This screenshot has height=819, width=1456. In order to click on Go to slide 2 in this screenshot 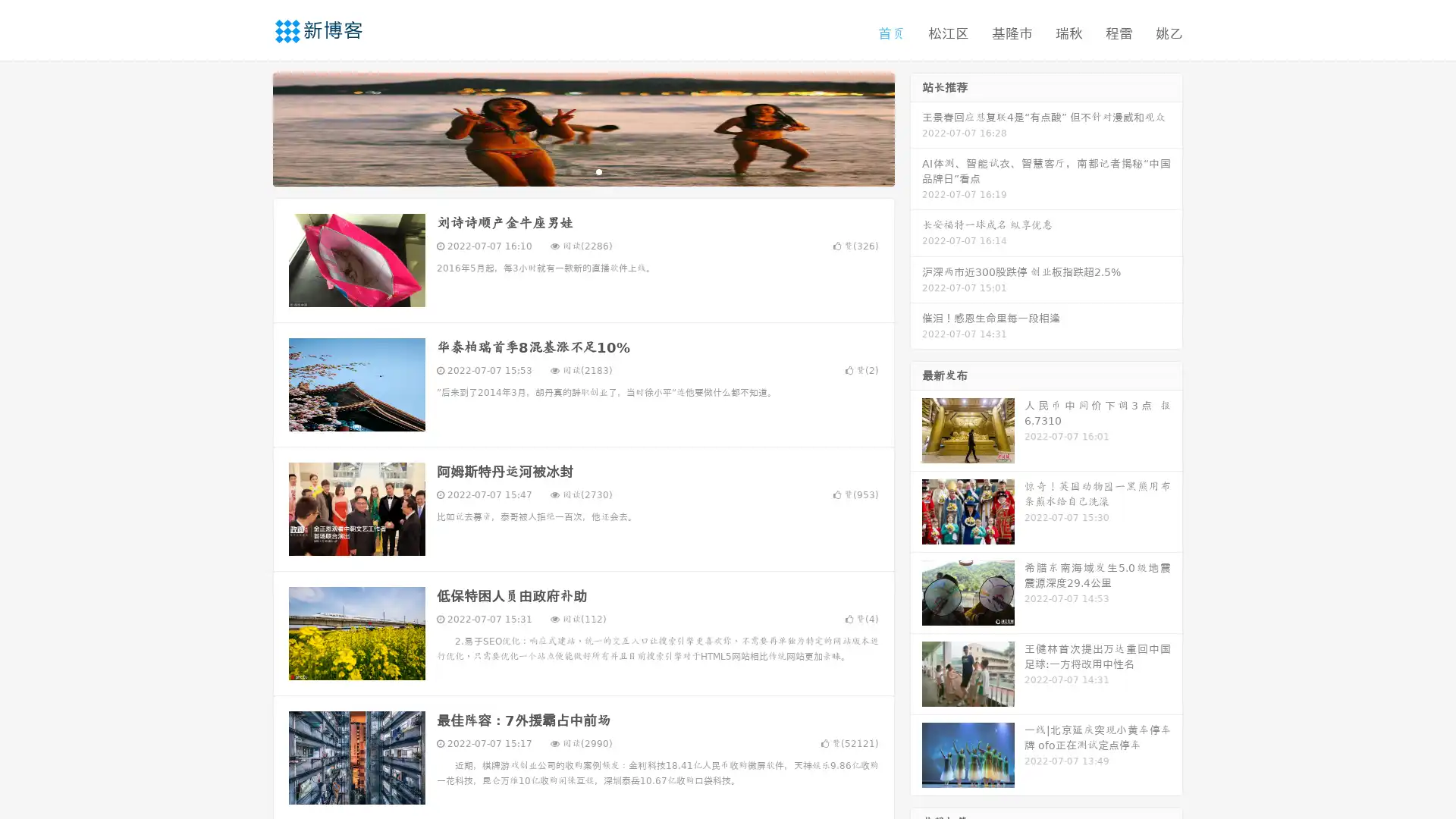, I will do `click(582, 171)`.